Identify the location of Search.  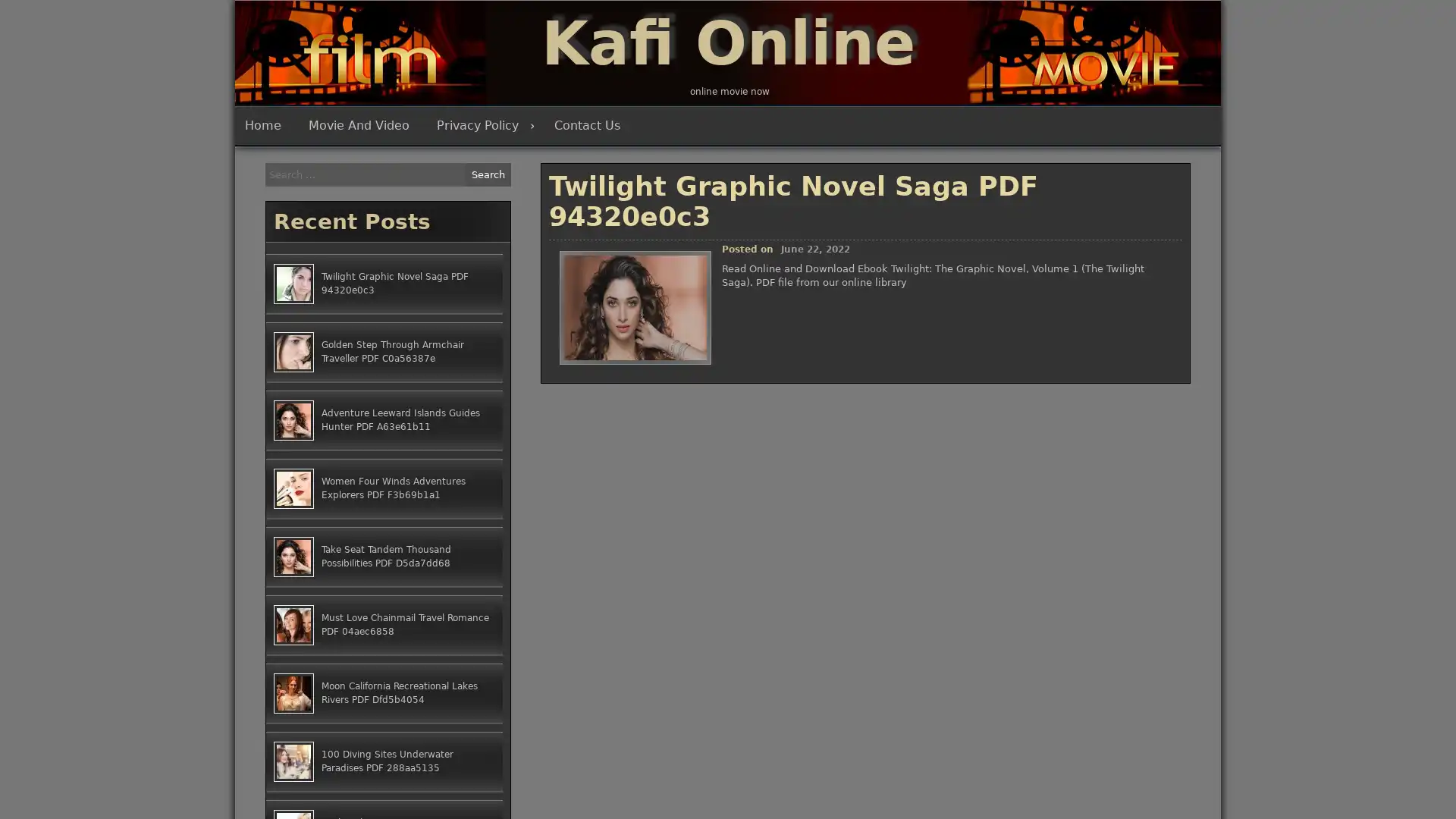
(488, 174).